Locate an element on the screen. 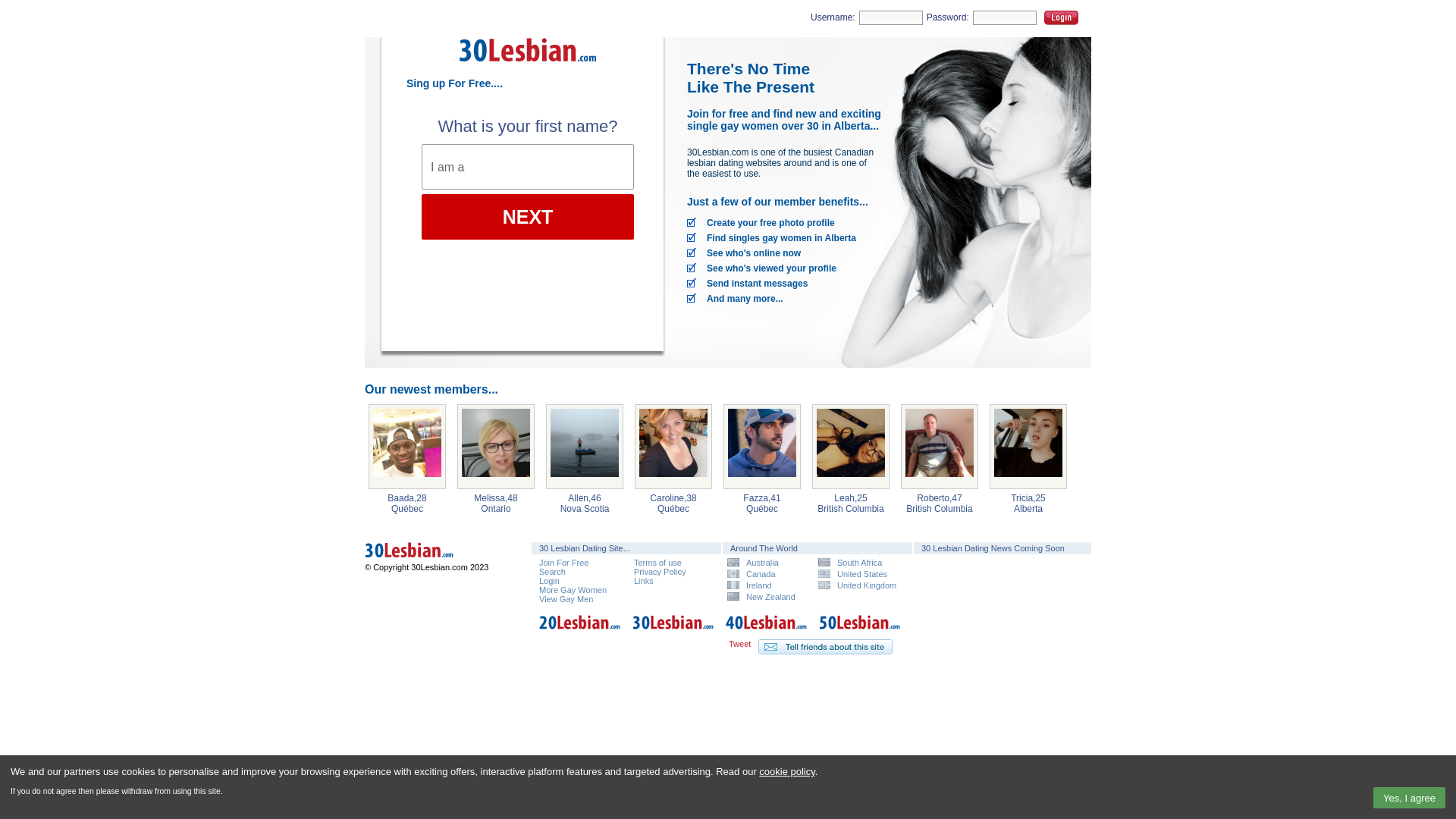  '20 Lesbian Dating' is located at coordinates (579, 631).